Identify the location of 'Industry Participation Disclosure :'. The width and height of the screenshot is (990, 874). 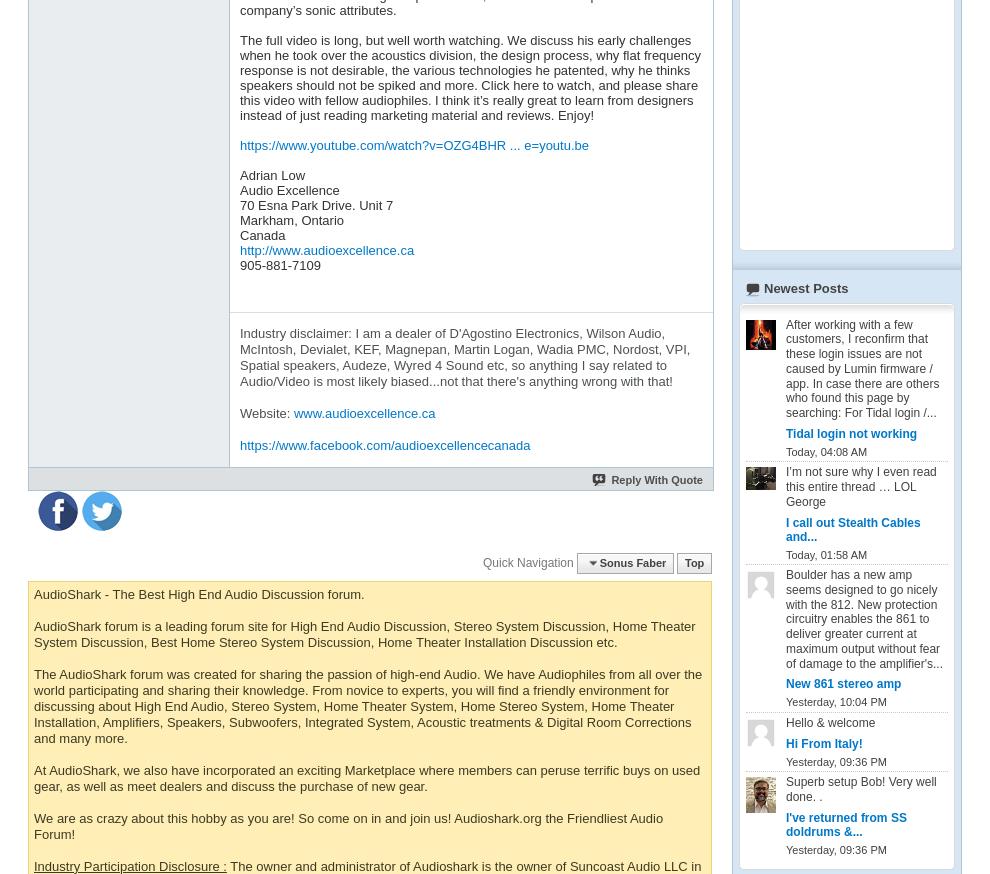
(128, 865).